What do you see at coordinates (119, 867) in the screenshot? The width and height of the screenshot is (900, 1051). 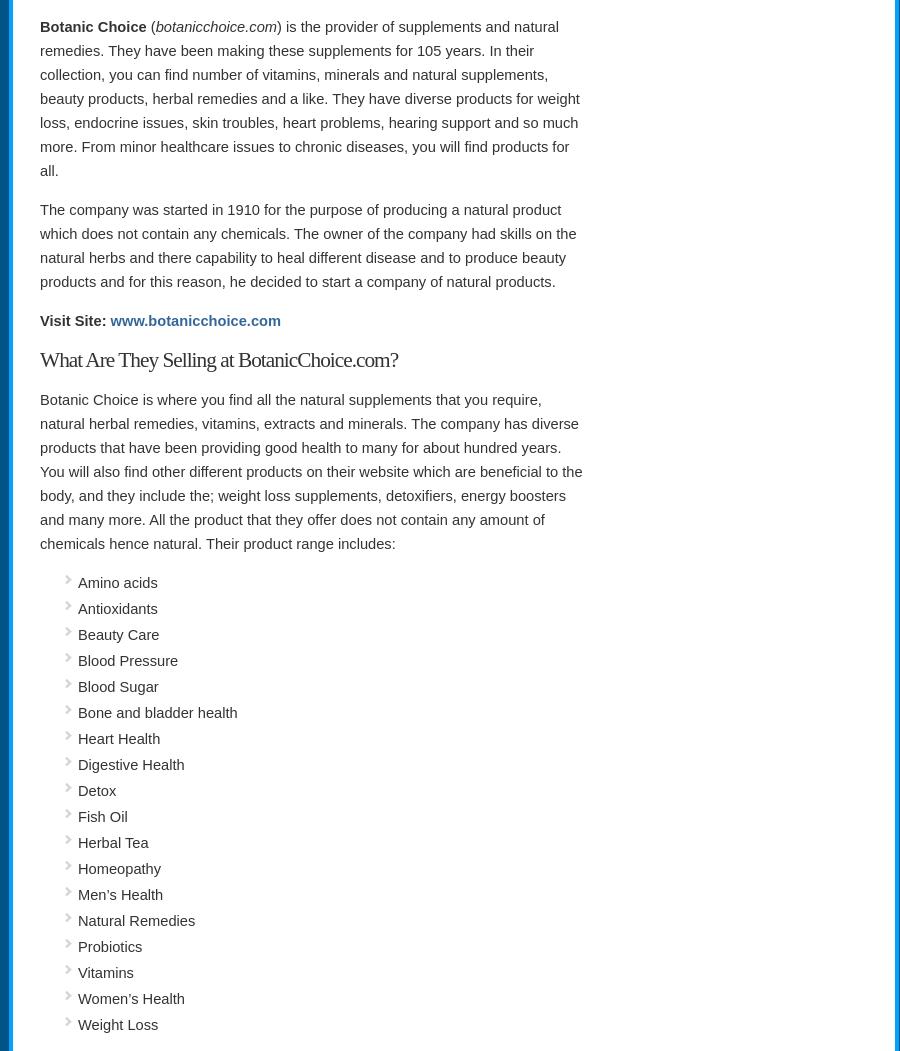 I see `'Homeopathy'` at bounding box center [119, 867].